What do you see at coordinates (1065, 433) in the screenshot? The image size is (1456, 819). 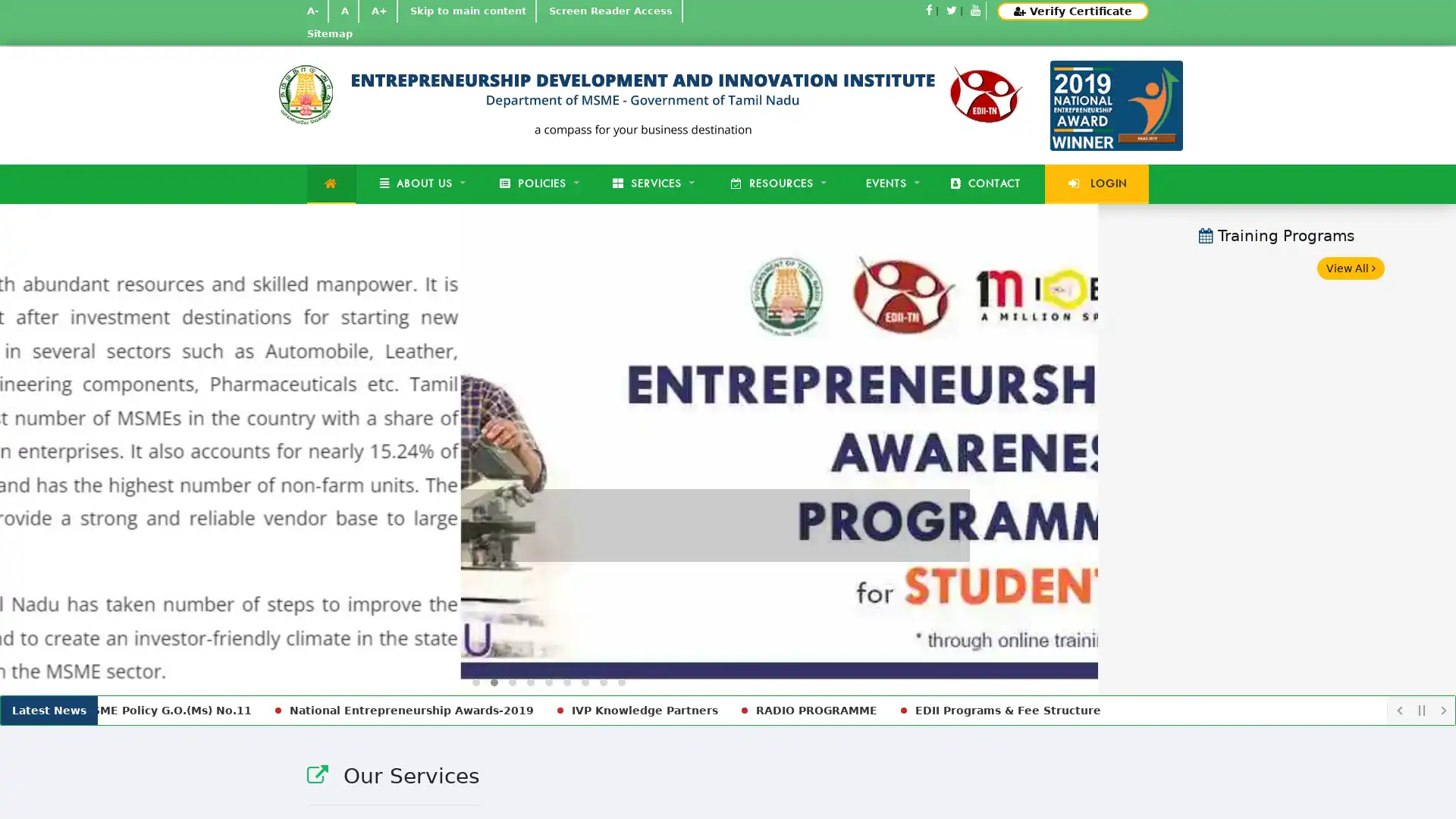 I see `Next` at bounding box center [1065, 433].